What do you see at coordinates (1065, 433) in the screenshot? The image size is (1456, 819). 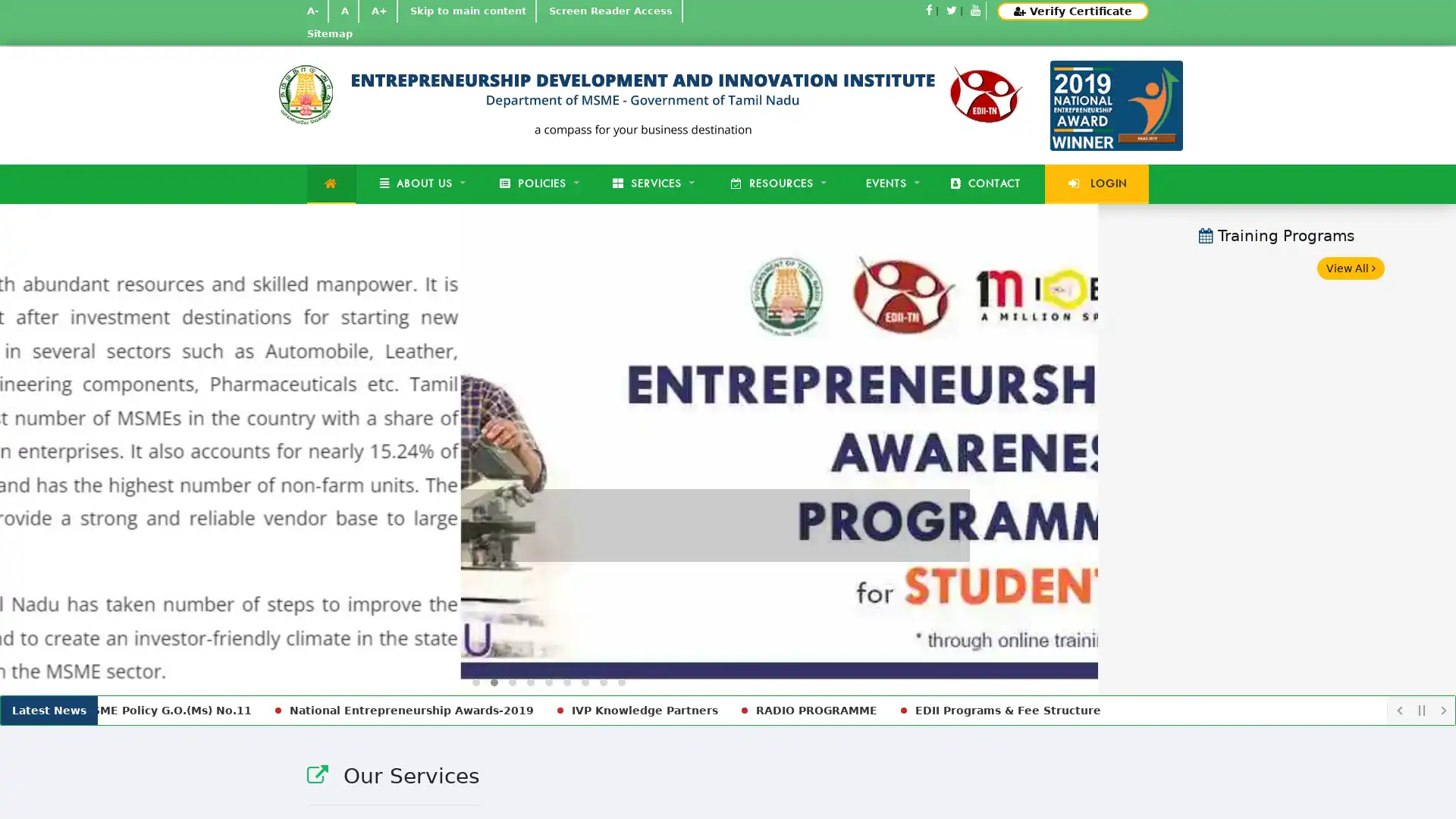 I see `Next` at bounding box center [1065, 433].